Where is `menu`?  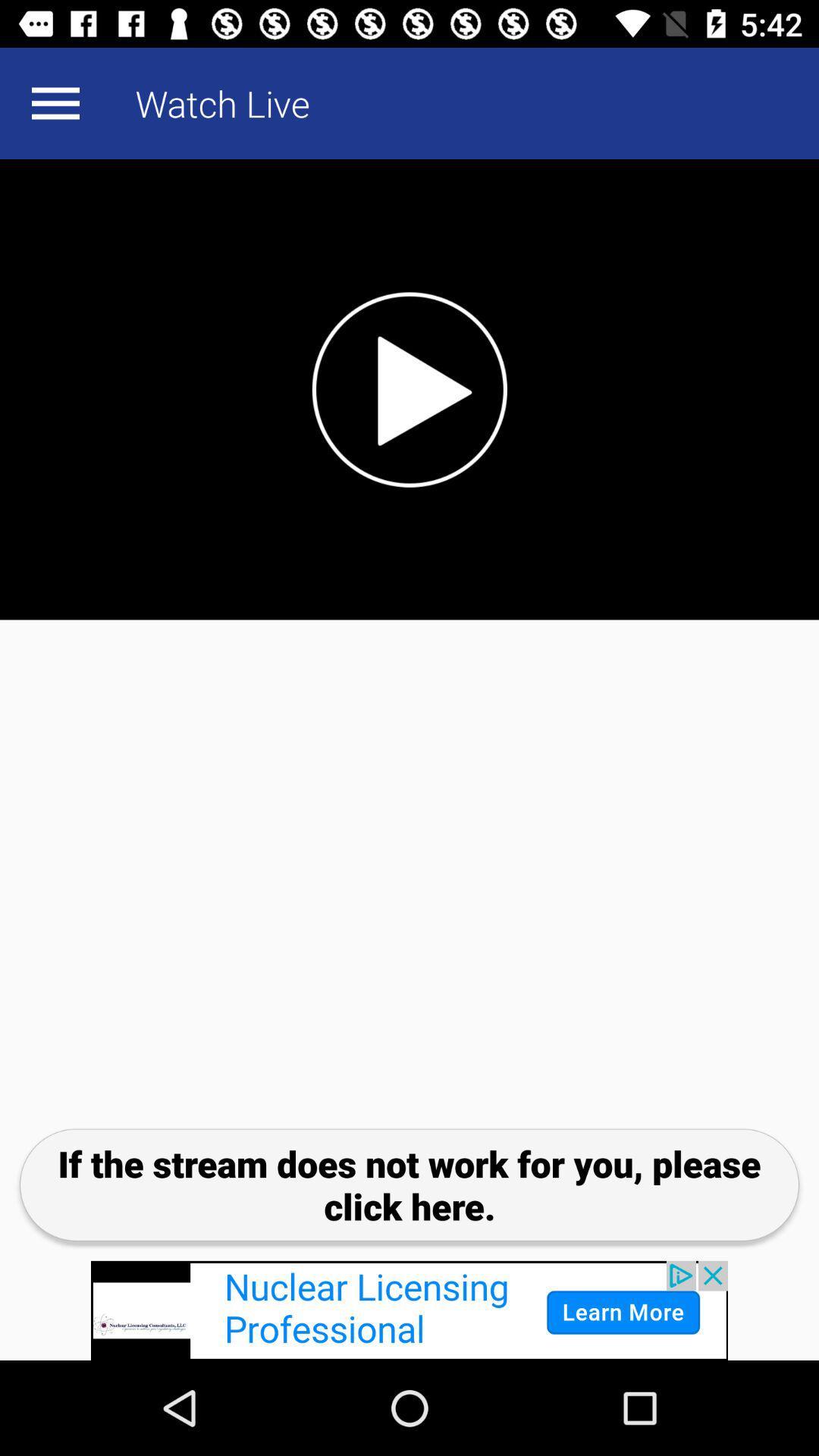
menu is located at coordinates (55, 102).